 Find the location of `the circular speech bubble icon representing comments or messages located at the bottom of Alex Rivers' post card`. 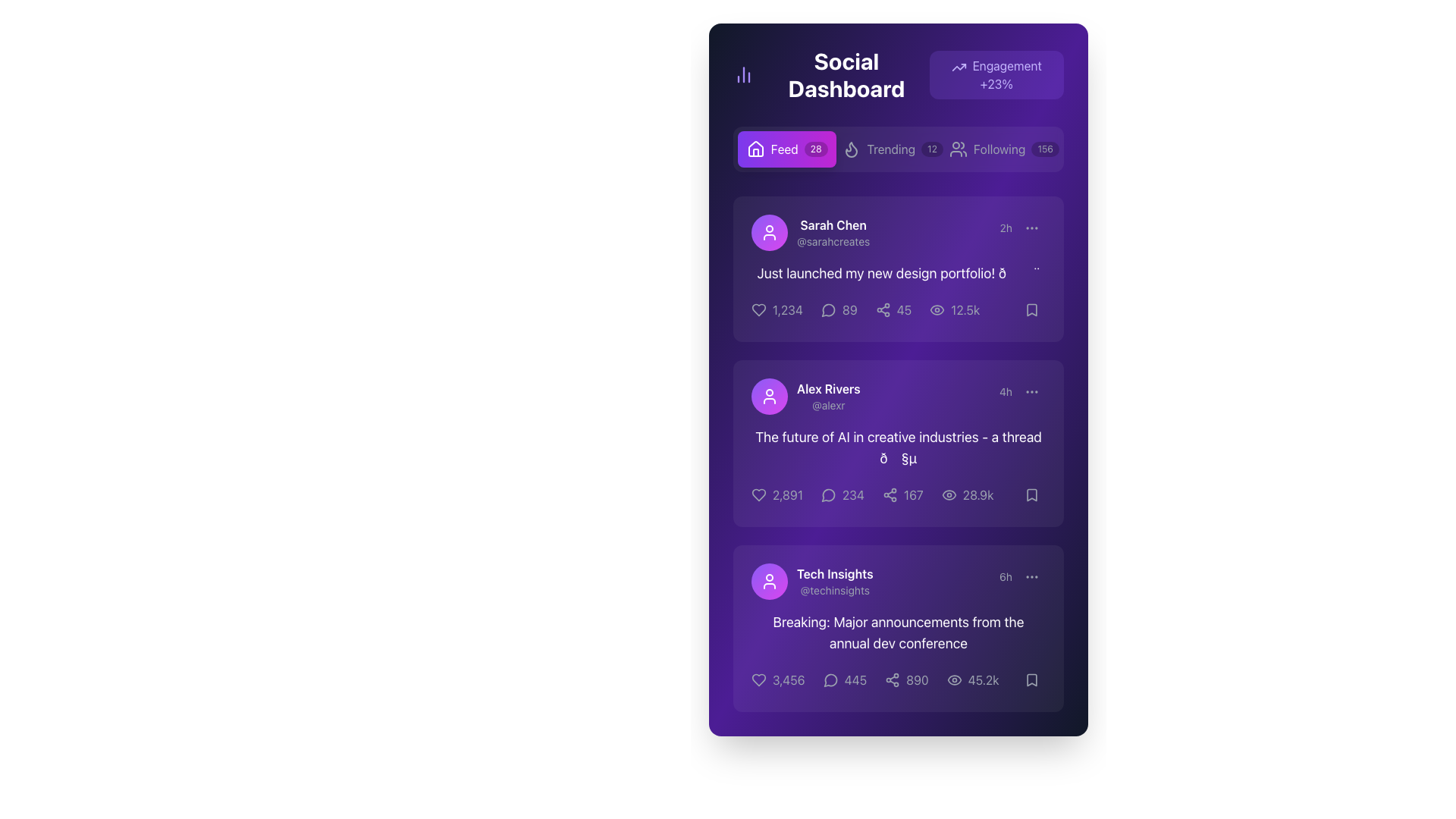

the circular speech bubble icon representing comments or messages located at the bottom of Alex Rivers' post card is located at coordinates (827, 495).